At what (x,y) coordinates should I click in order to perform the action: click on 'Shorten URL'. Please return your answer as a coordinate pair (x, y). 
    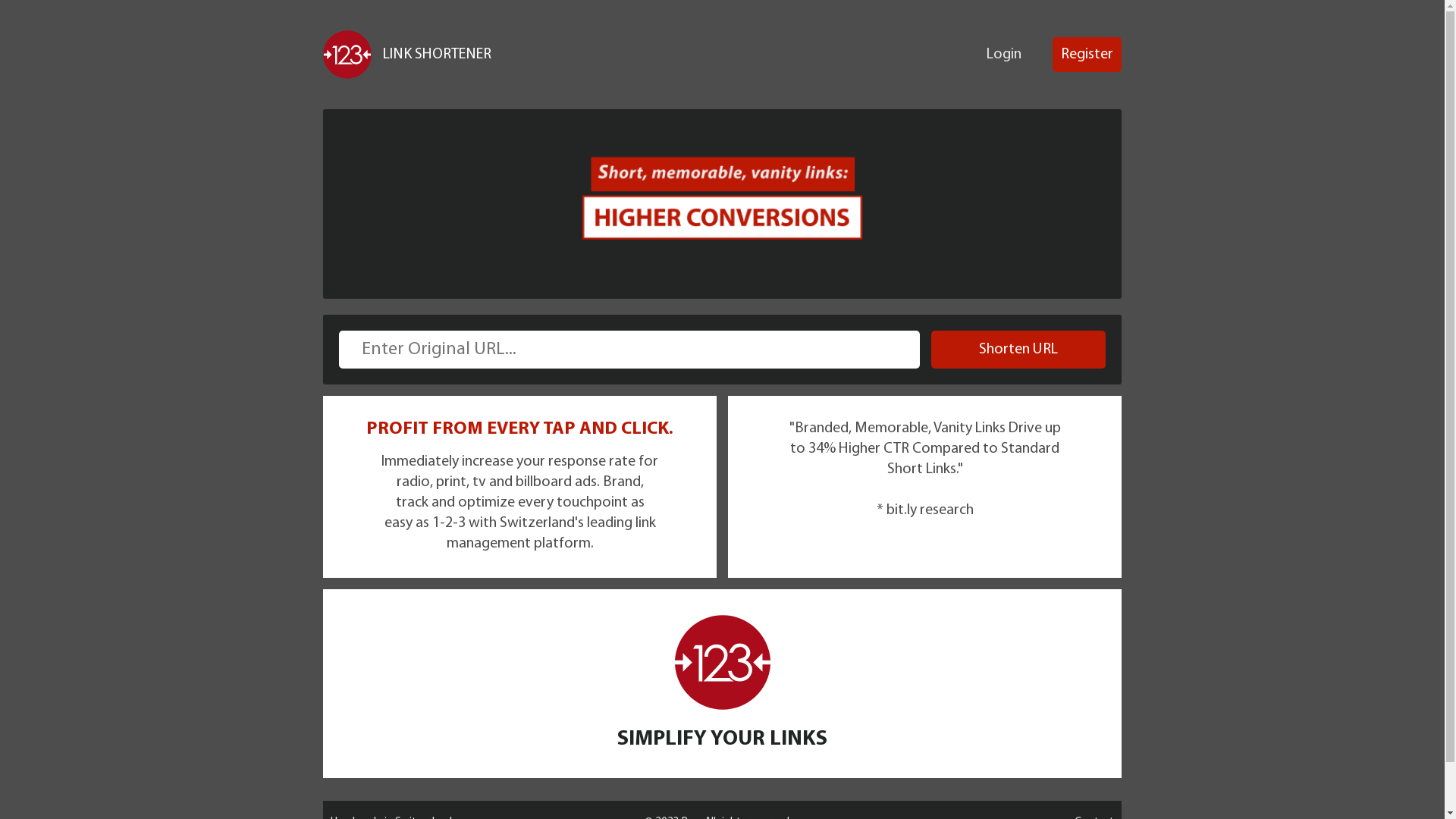
    Looking at the image, I should click on (1018, 350).